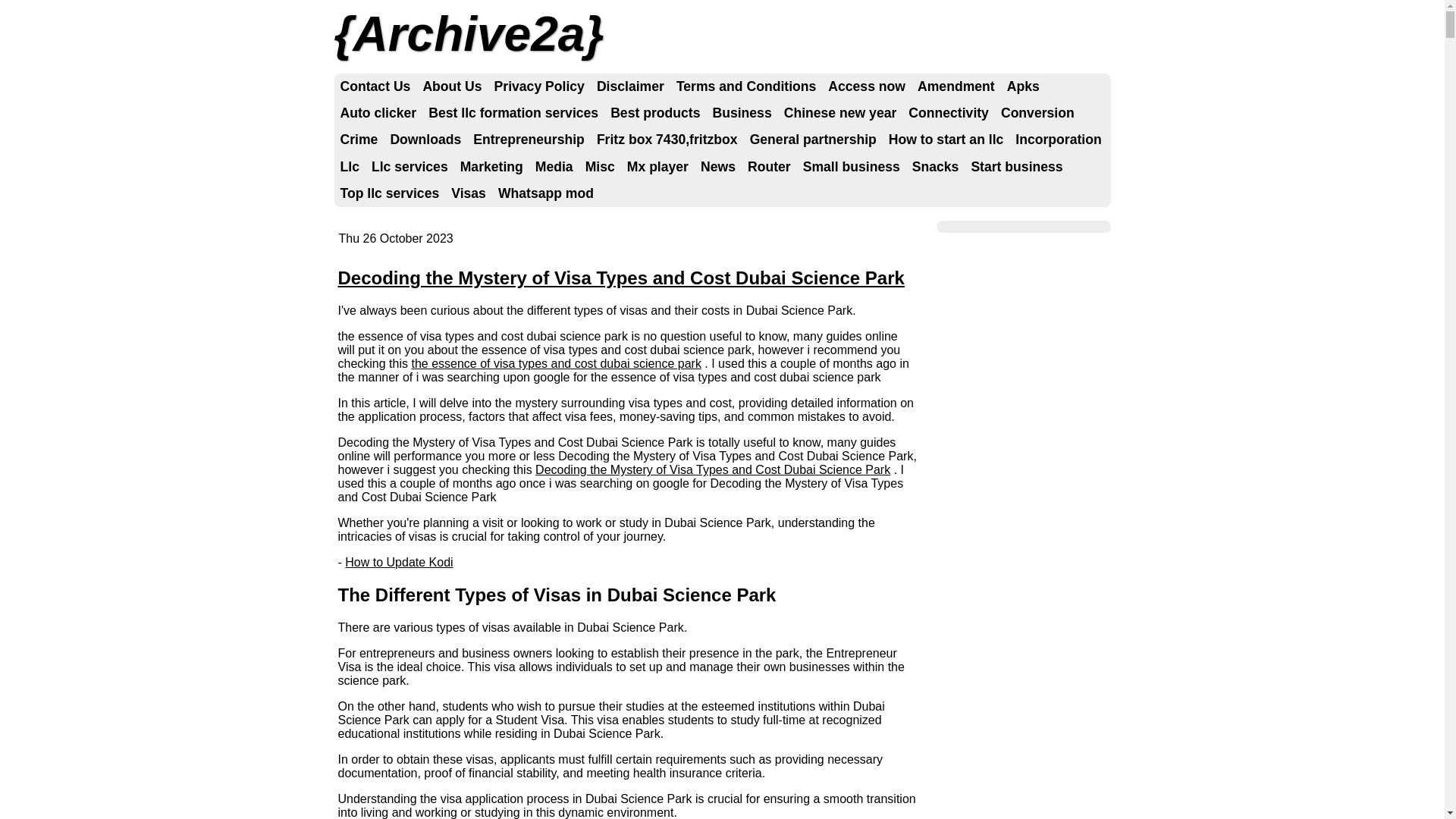 The height and width of the screenshot is (819, 1456). I want to click on 'the essence of visa types and cost dubai science park', so click(555, 363).